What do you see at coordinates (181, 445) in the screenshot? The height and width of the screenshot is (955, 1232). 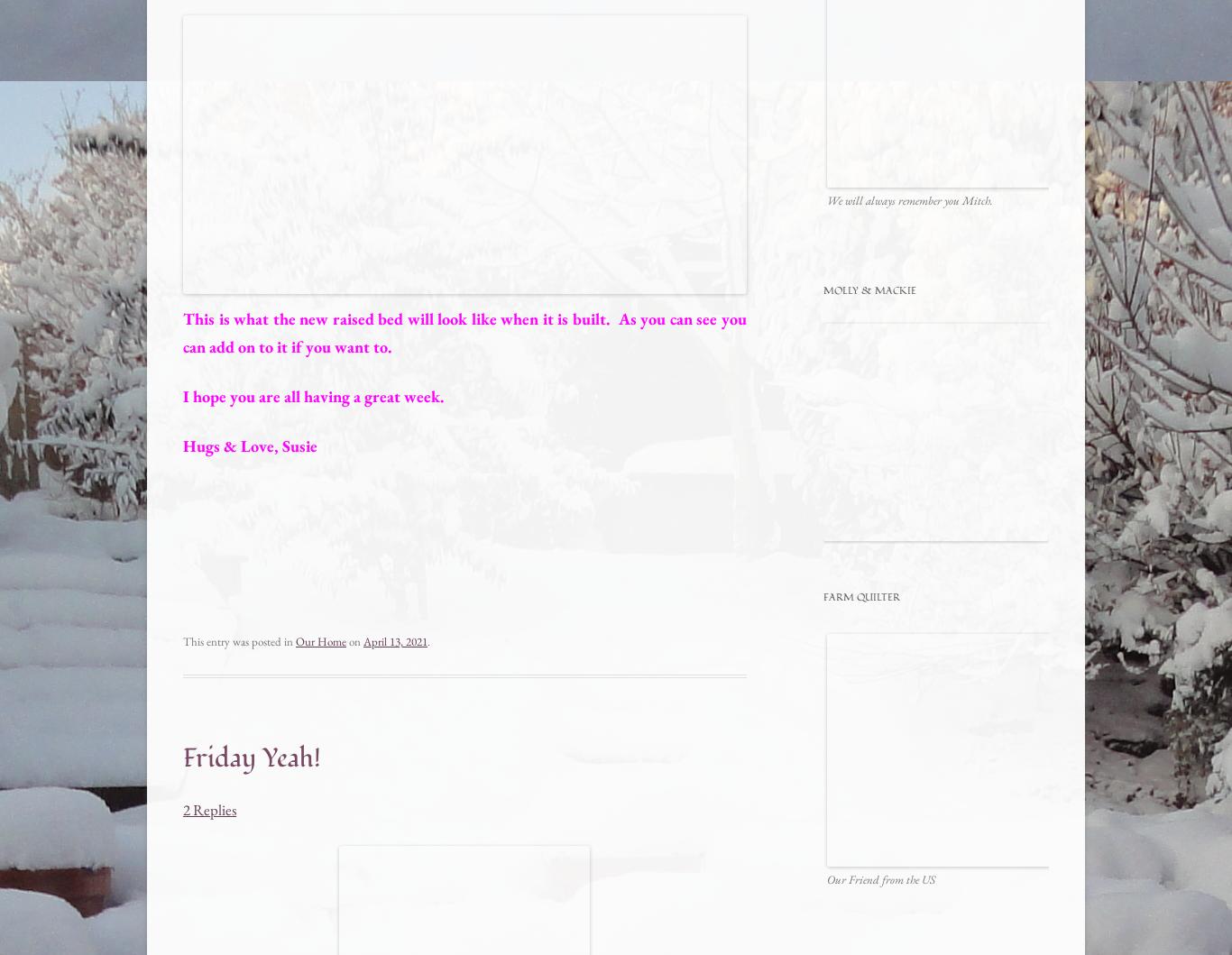 I see `'Hugs & Love, Susie'` at bounding box center [181, 445].